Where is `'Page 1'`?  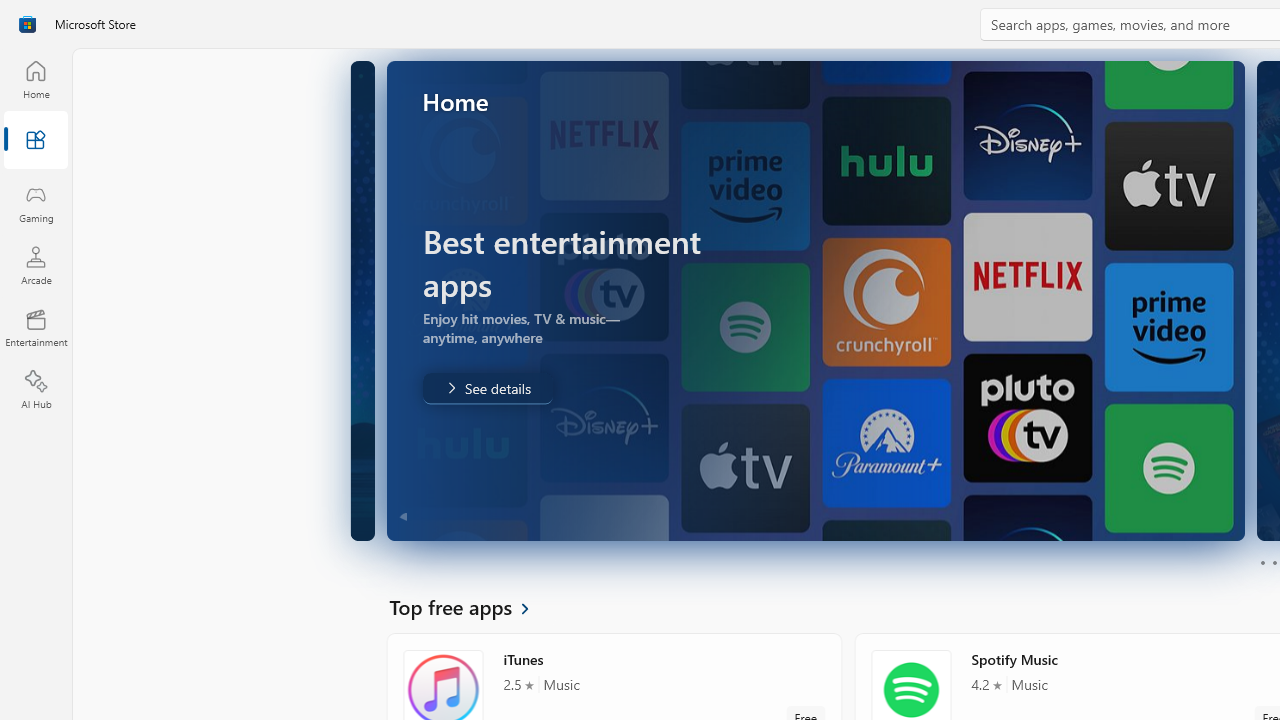 'Page 1' is located at coordinates (1261, 563).